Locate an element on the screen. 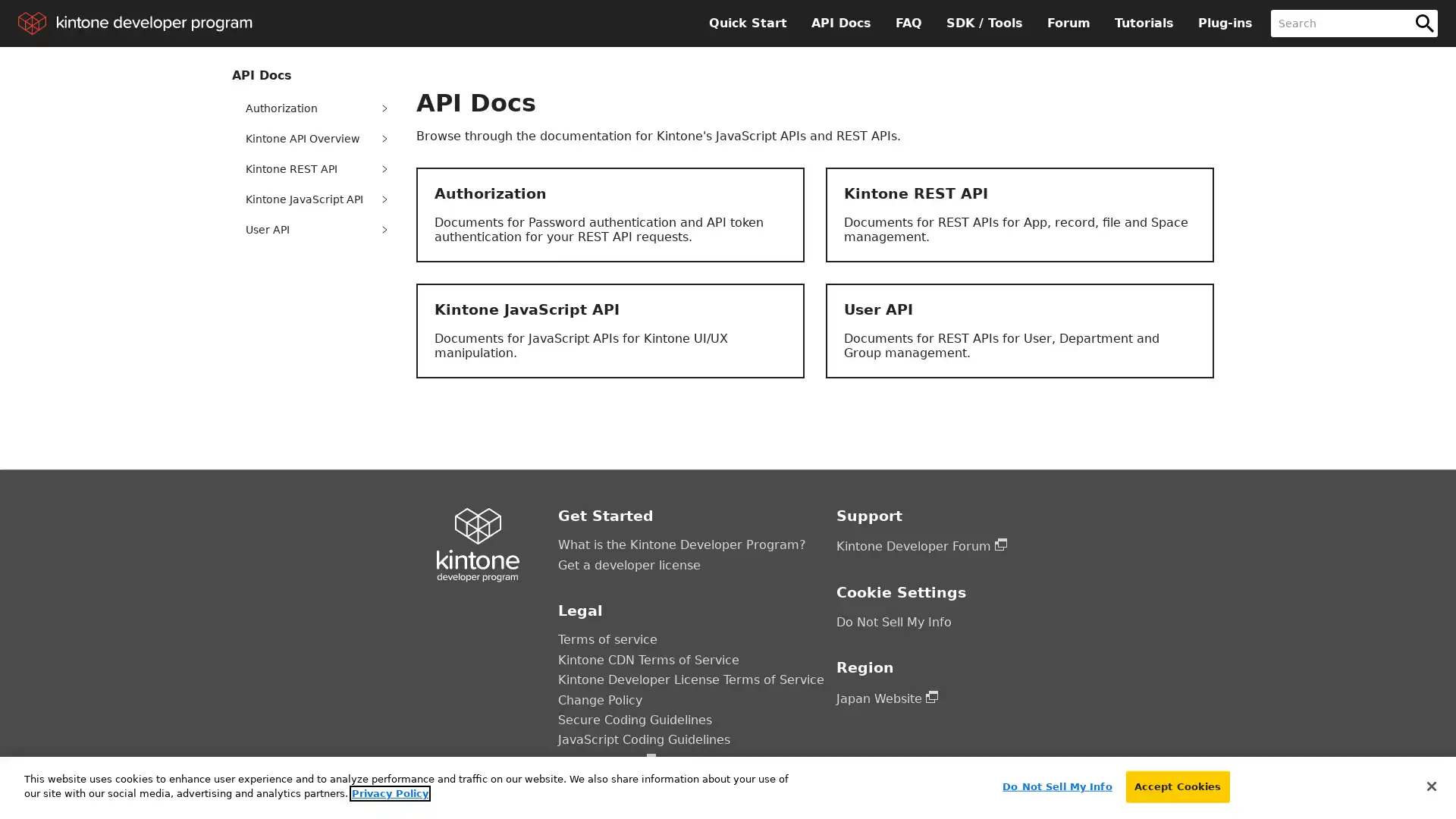  Close is located at coordinates (1430, 785).